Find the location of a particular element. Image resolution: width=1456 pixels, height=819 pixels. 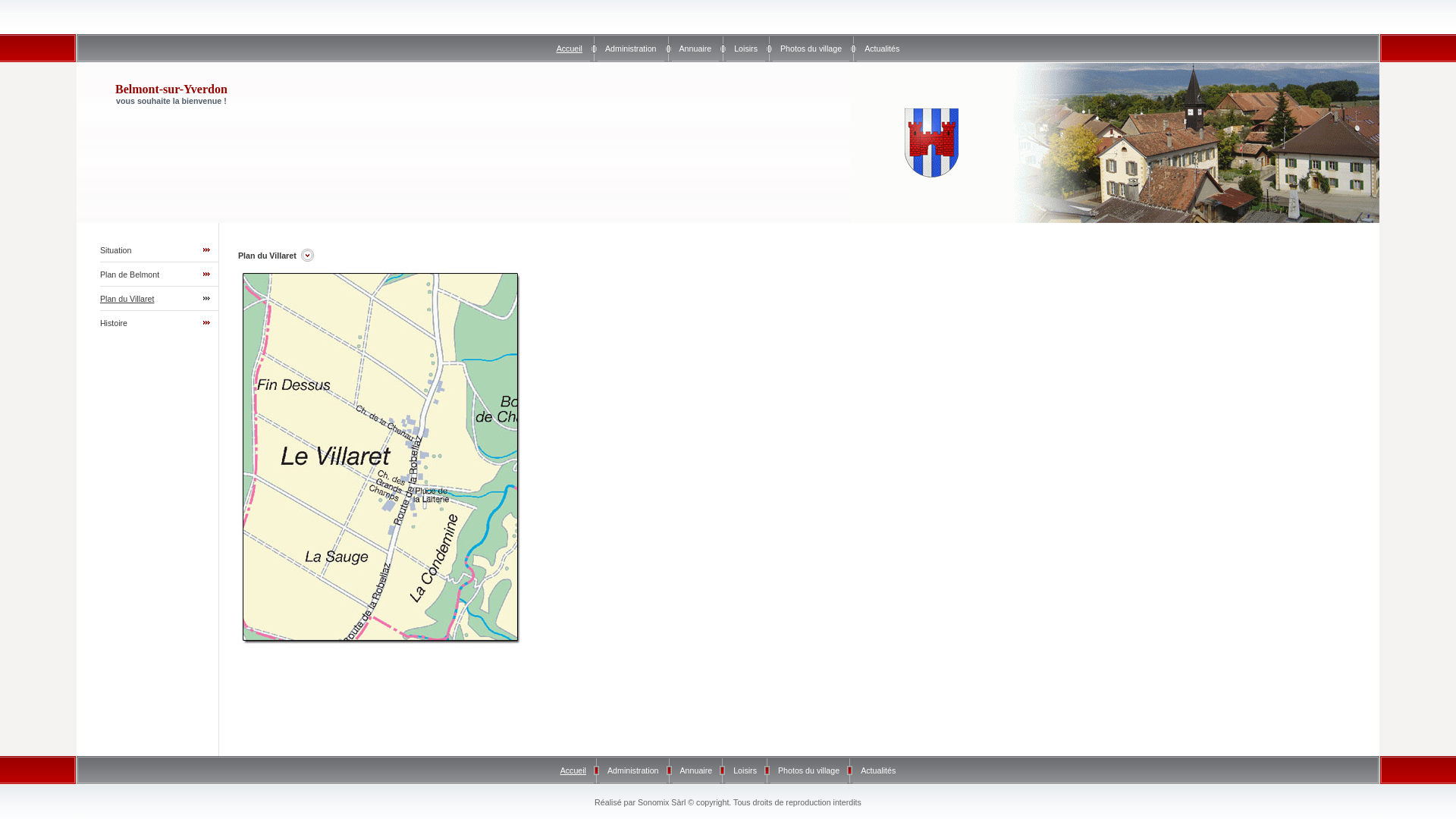

'Administration' is located at coordinates (630, 48).